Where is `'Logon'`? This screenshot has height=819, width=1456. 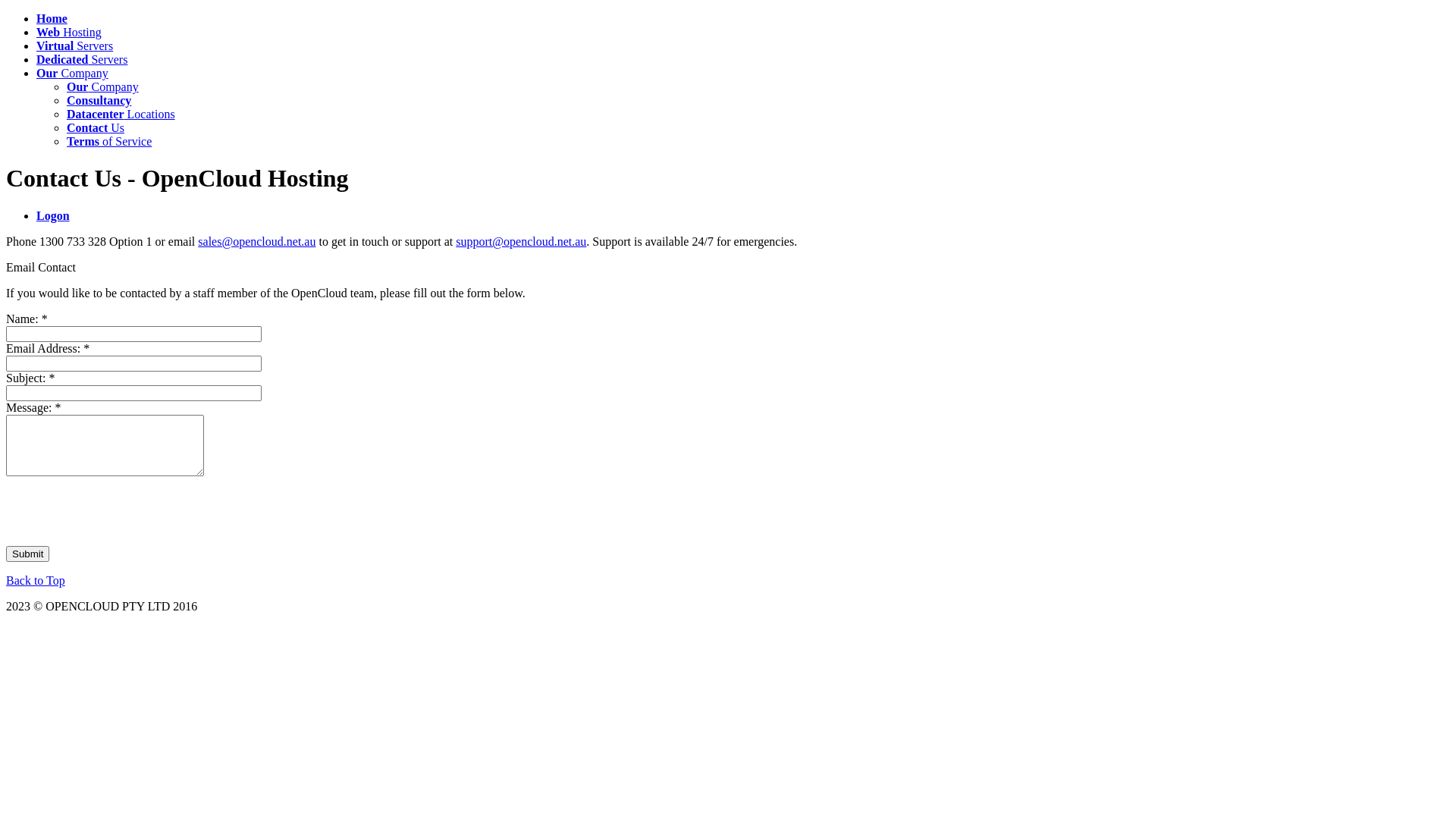 'Logon' is located at coordinates (53, 215).